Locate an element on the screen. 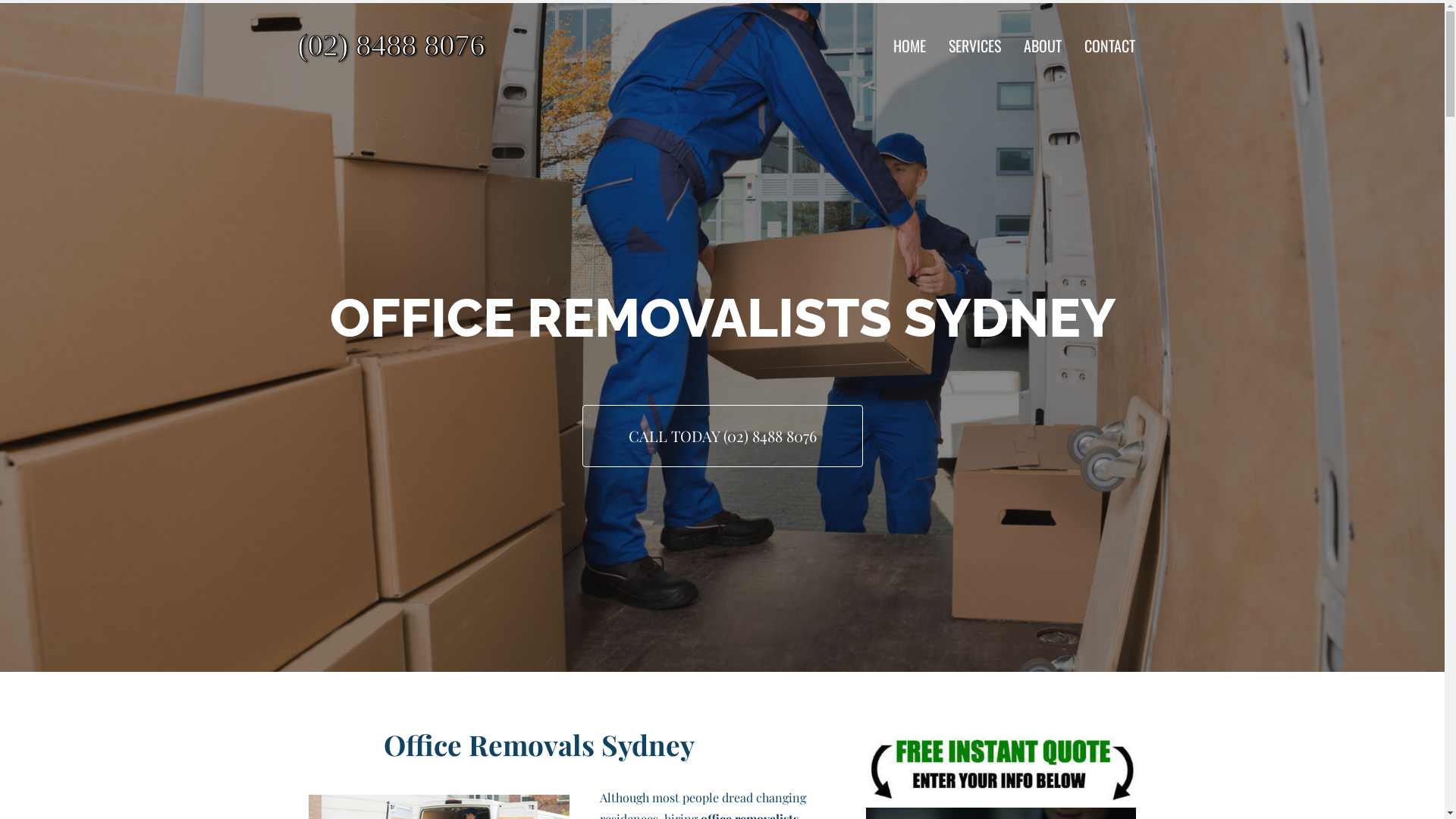 Image resolution: width=1456 pixels, height=819 pixels. 'CALL TODAY (02) 8488 8076' is located at coordinates (722, 435).